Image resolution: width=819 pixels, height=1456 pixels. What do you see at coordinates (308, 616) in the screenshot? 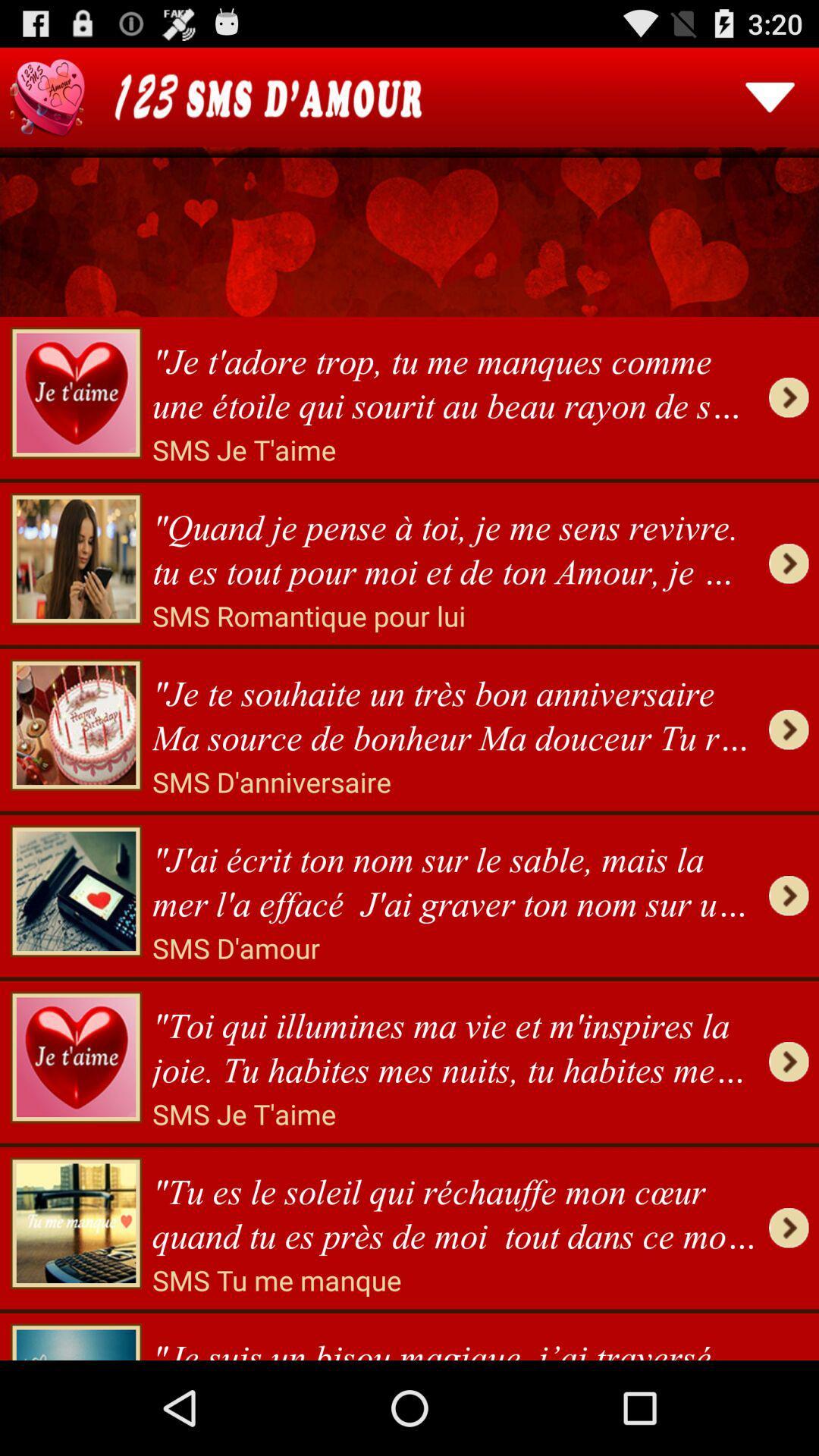
I see `icon above je te souhaite item` at bounding box center [308, 616].